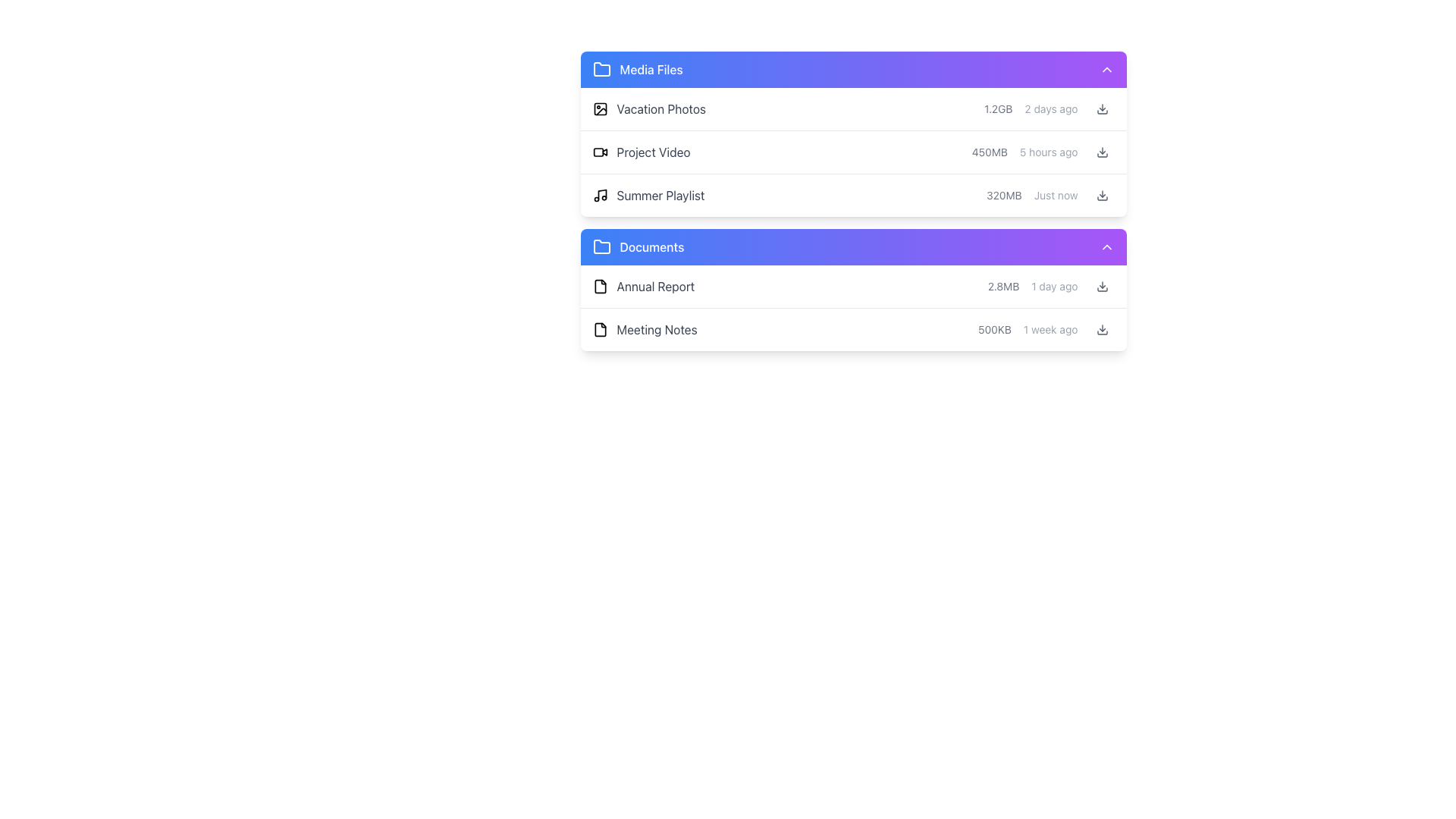  What do you see at coordinates (1050, 287) in the screenshot?
I see `the informational text displaying '2.8MB' and '1 day ago', located to the right of the 'Annual Report' item in the documents list` at bounding box center [1050, 287].